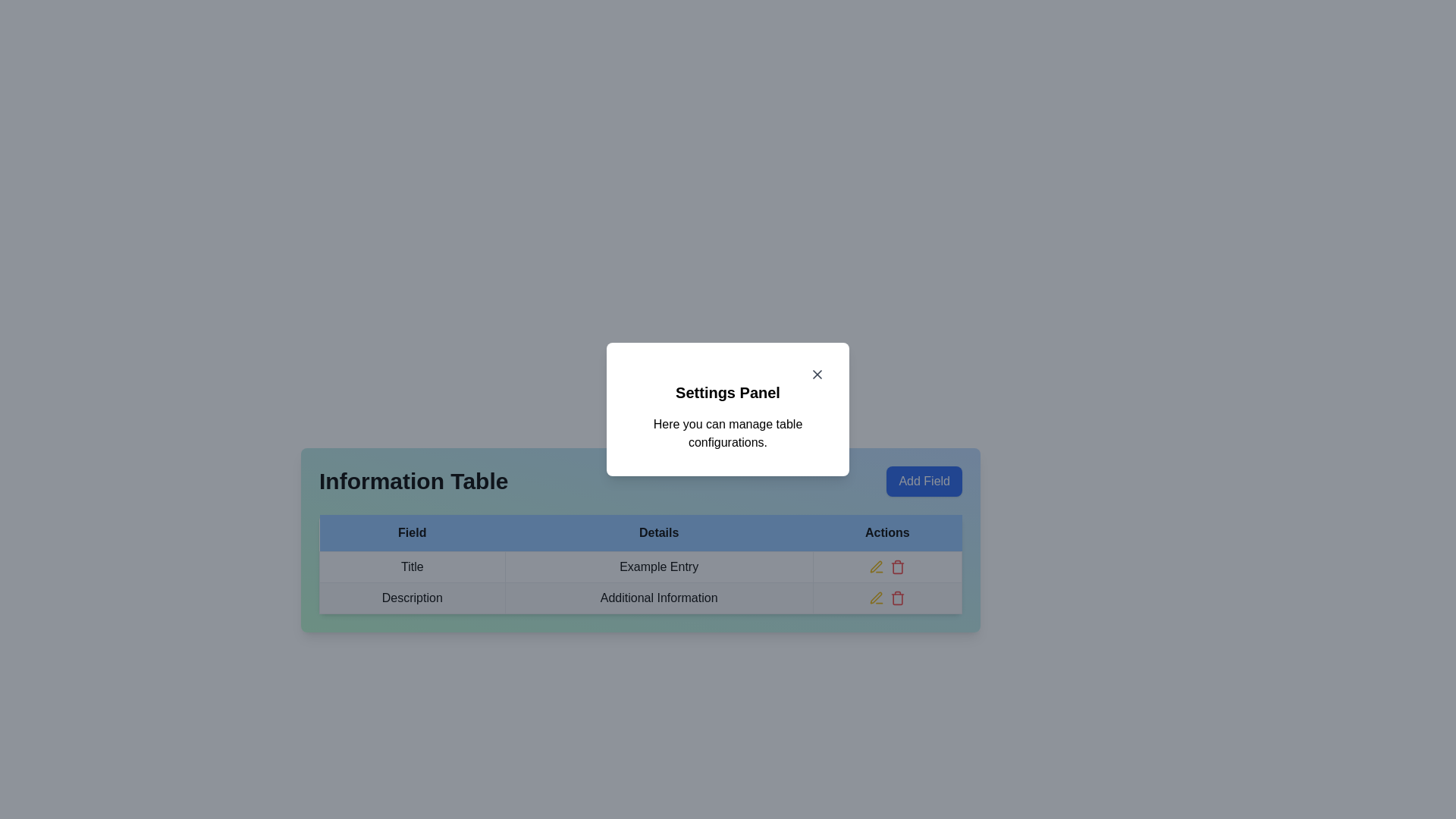 The width and height of the screenshot is (1456, 819). What do you see at coordinates (640, 567) in the screenshot?
I see `the static text display in the 'Details' column corresponding to the 'Title' field in the information table` at bounding box center [640, 567].